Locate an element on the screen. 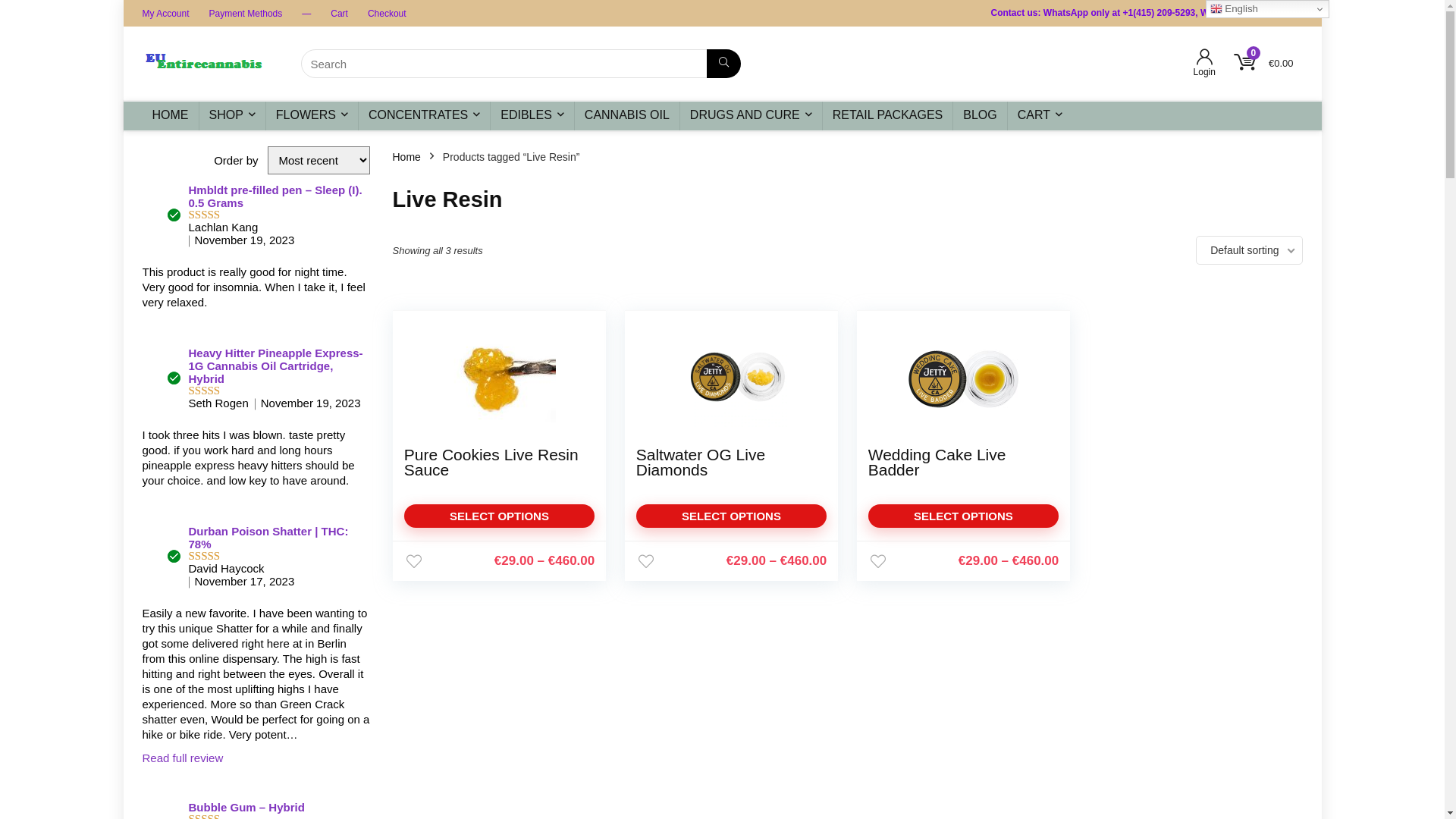  'HOME' is located at coordinates (171, 115).